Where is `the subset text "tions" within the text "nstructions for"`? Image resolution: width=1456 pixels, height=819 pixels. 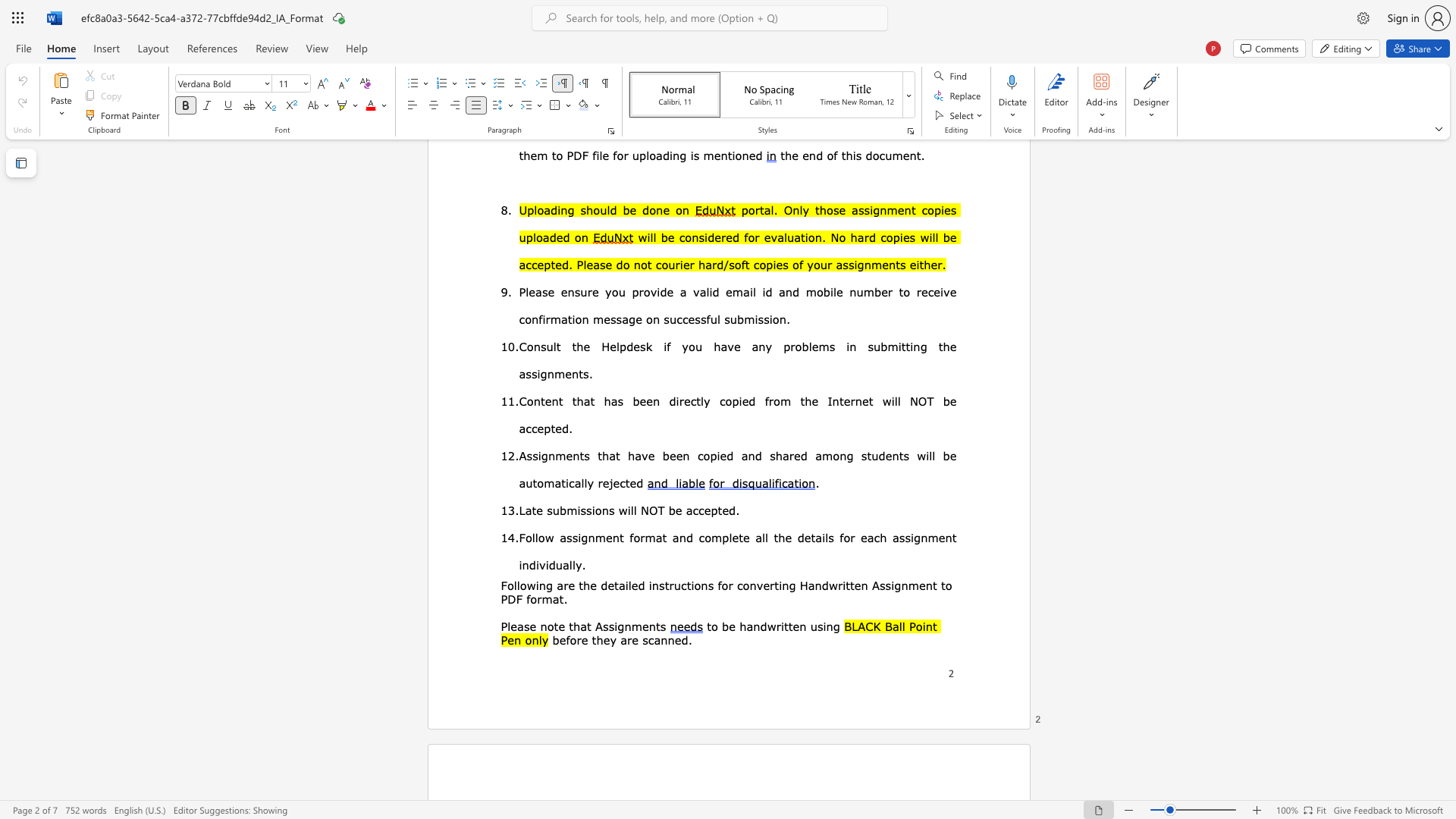
the subset text "tions" within the text "nstructions for" is located at coordinates (686, 584).